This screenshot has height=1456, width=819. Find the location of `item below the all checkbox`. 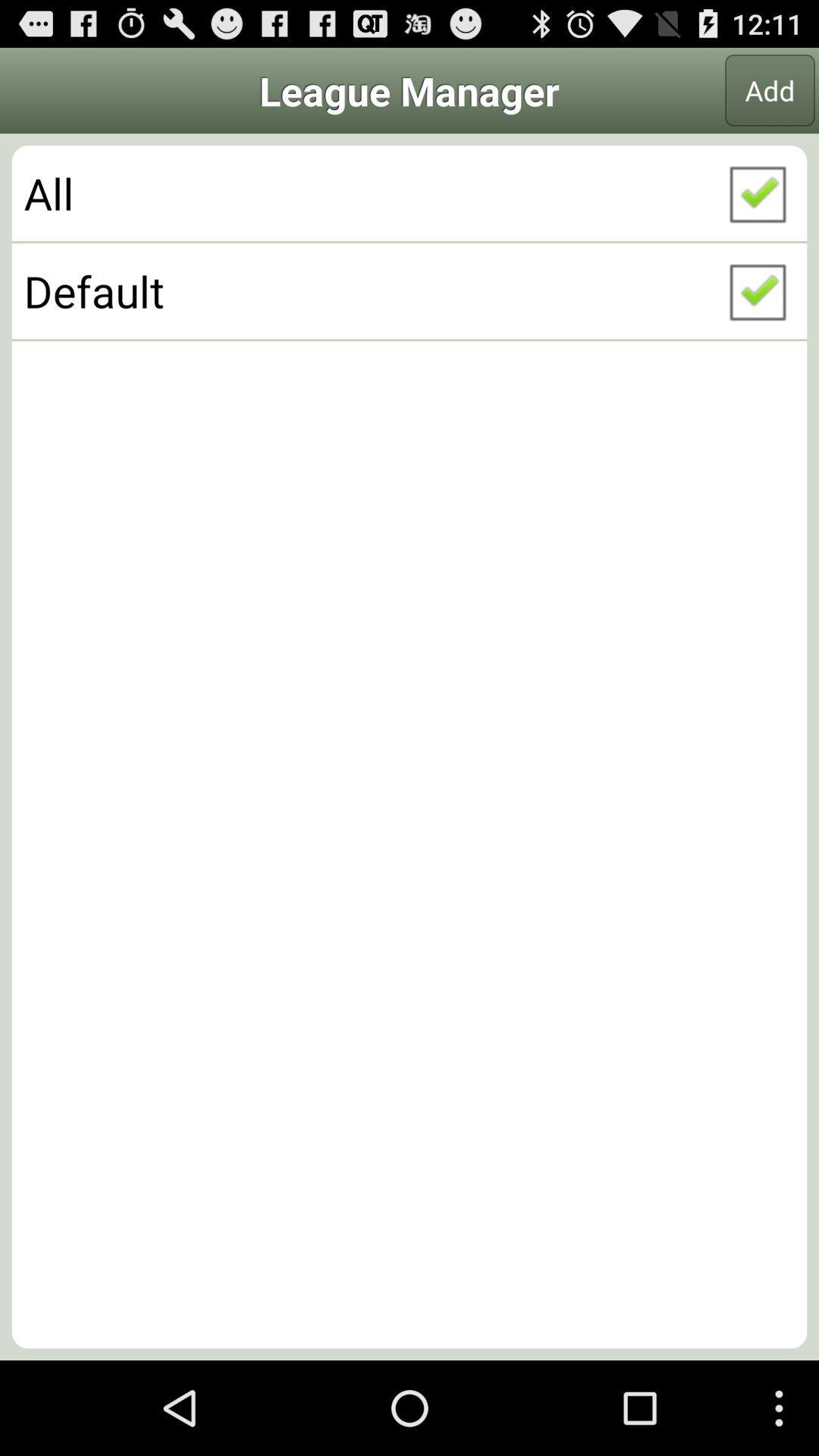

item below the all checkbox is located at coordinates (409, 291).